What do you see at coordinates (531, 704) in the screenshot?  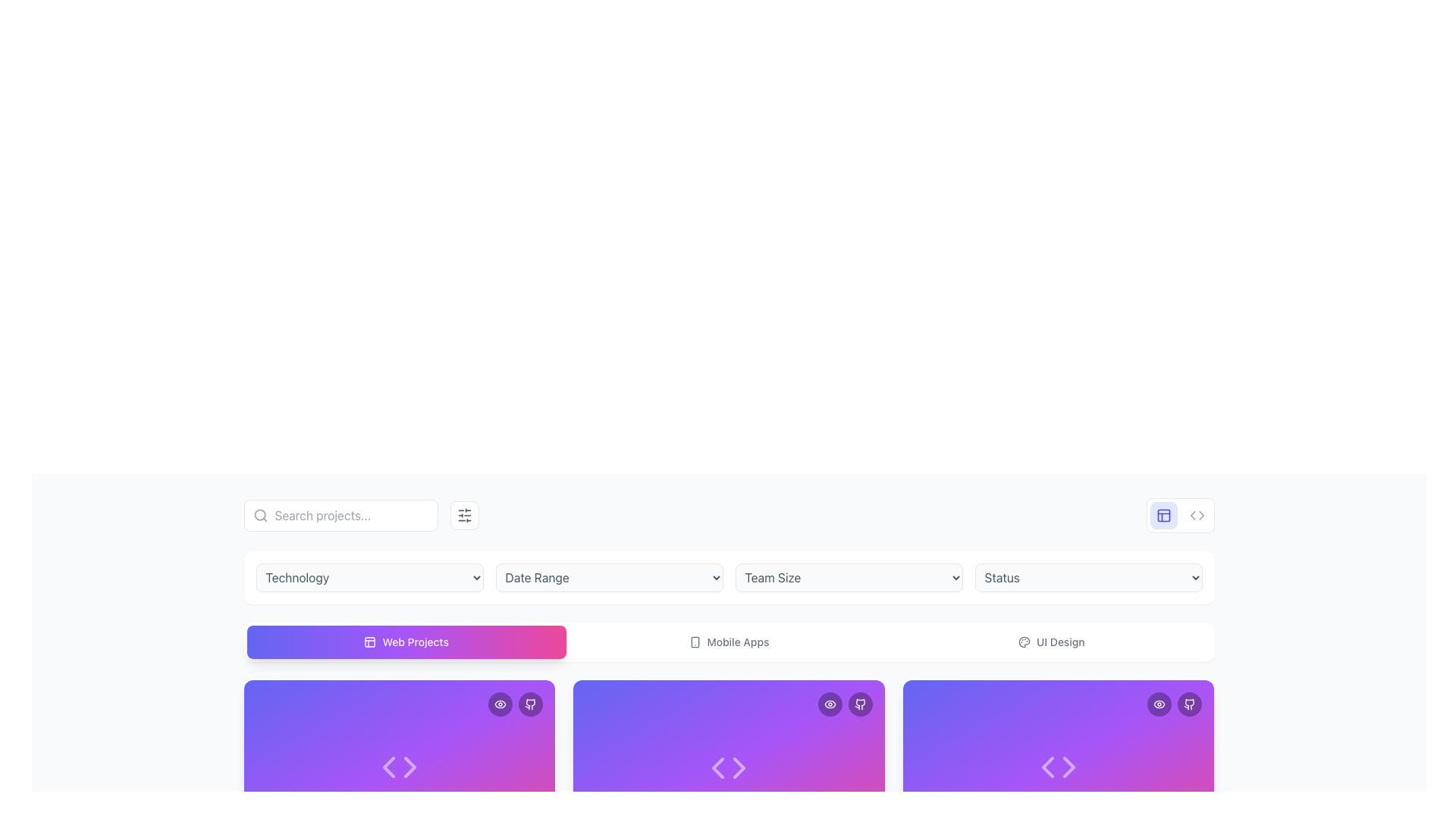 I see `the circular button with a black translucent background and a white GitHub icon located at the top-right corner of the purple panel` at bounding box center [531, 704].